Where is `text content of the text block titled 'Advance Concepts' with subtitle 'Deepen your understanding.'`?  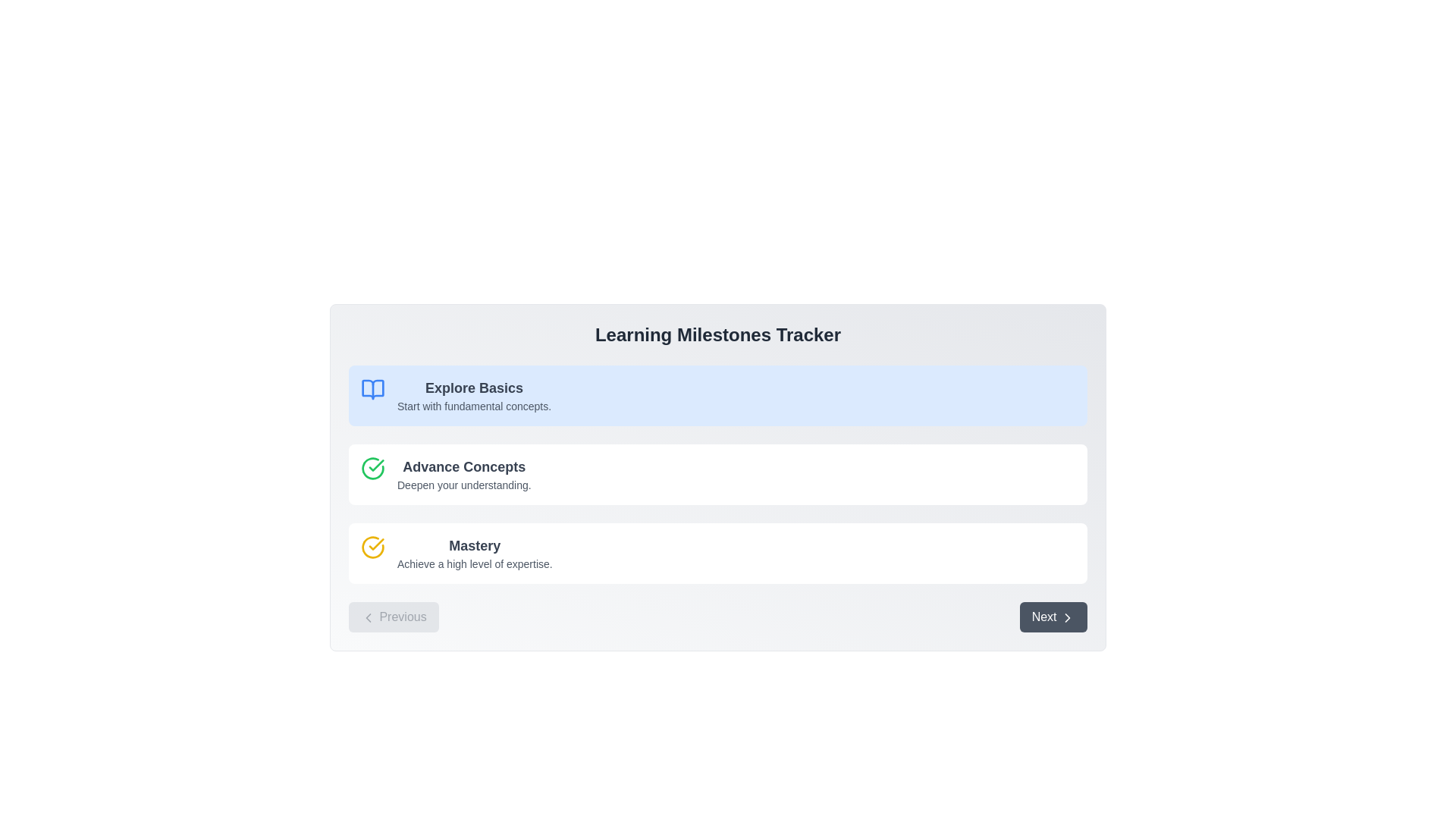 text content of the text block titled 'Advance Concepts' with subtitle 'Deepen your understanding.' is located at coordinates (463, 473).